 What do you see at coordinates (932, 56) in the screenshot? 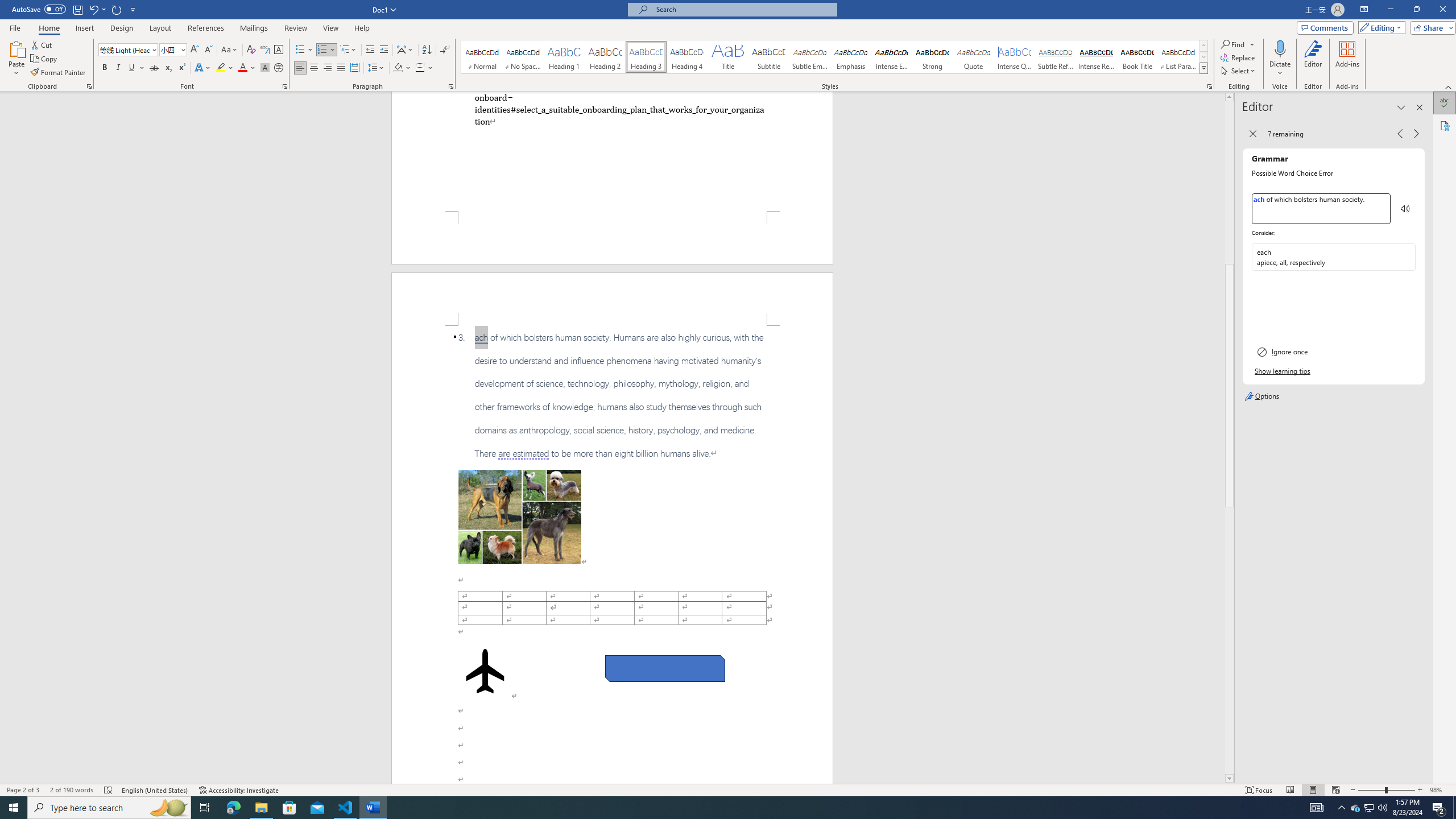
I see `'Strong'` at bounding box center [932, 56].